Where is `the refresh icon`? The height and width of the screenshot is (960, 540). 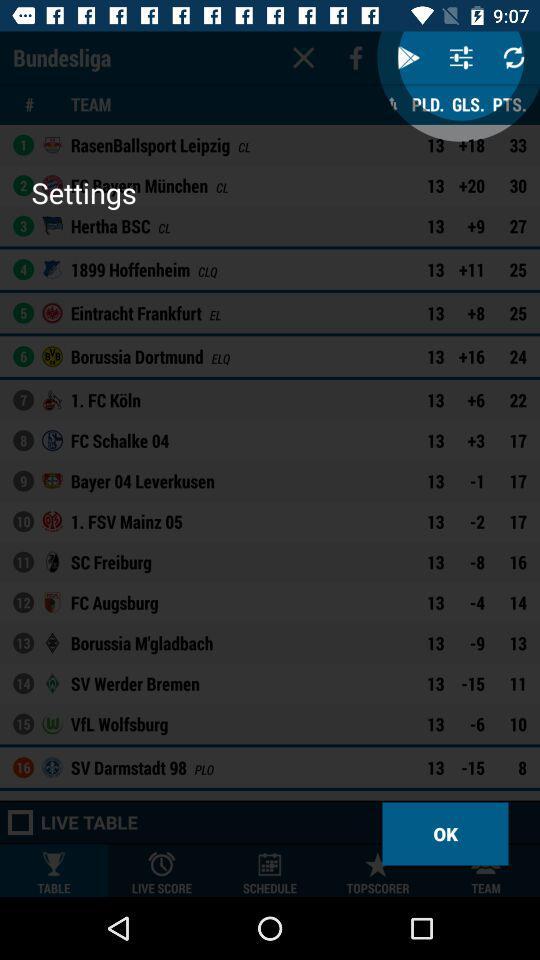 the refresh icon is located at coordinates (513, 56).